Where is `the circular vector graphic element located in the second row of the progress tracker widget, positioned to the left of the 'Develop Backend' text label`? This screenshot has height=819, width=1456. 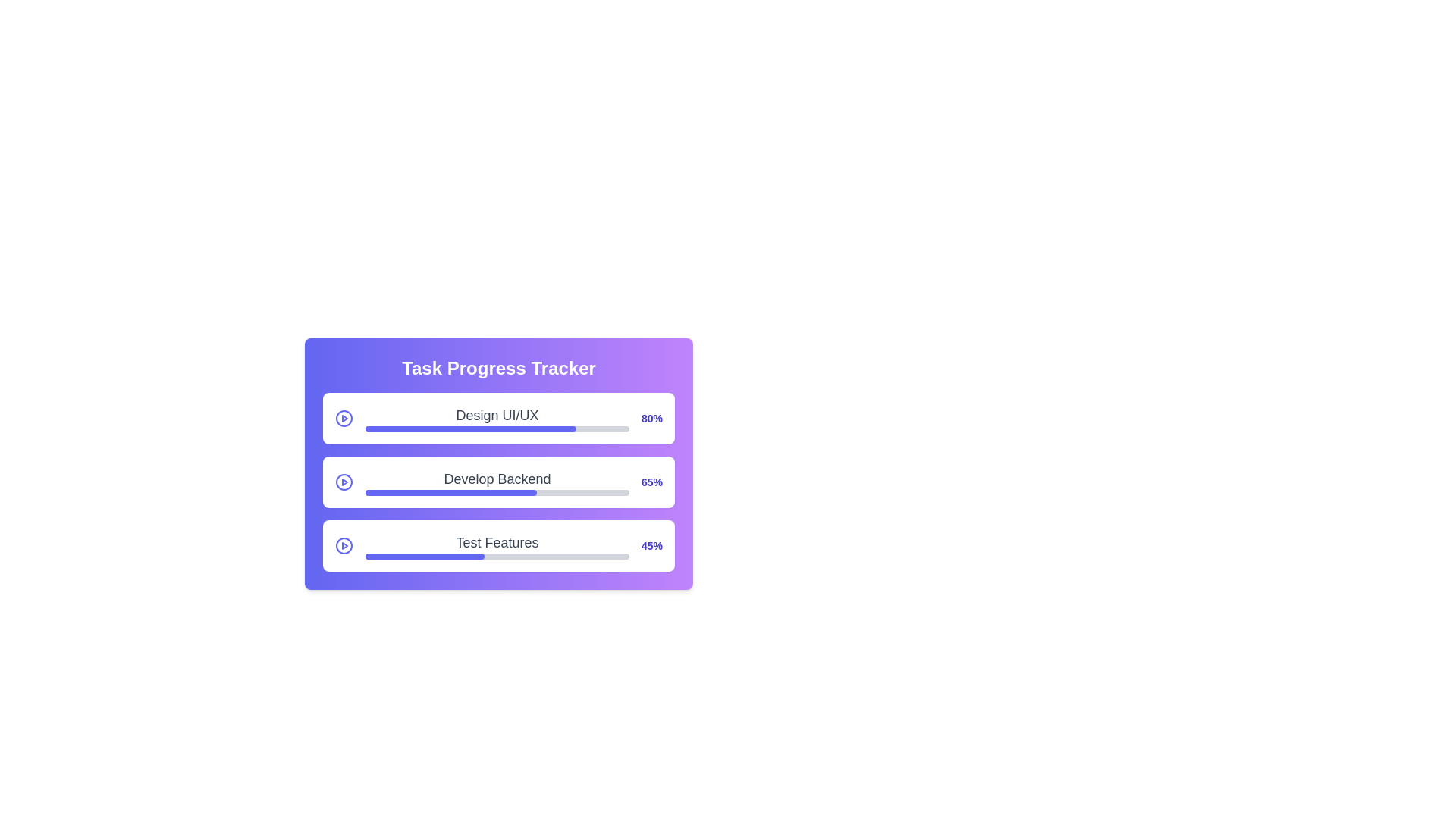 the circular vector graphic element located in the second row of the progress tracker widget, positioned to the left of the 'Develop Backend' text label is located at coordinates (344, 482).